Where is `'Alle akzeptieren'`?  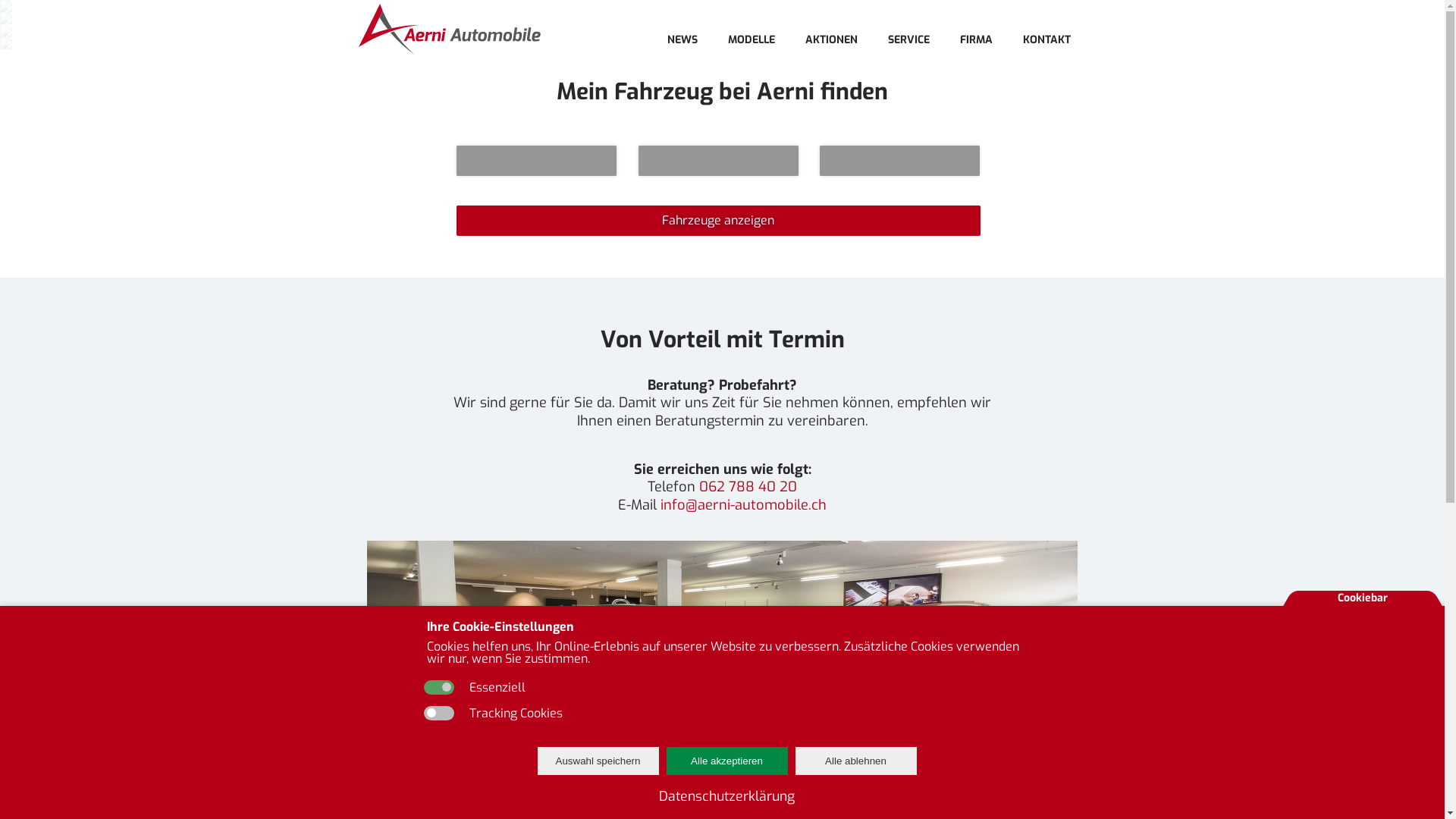
'Alle akzeptieren' is located at coordinates (726, 761).